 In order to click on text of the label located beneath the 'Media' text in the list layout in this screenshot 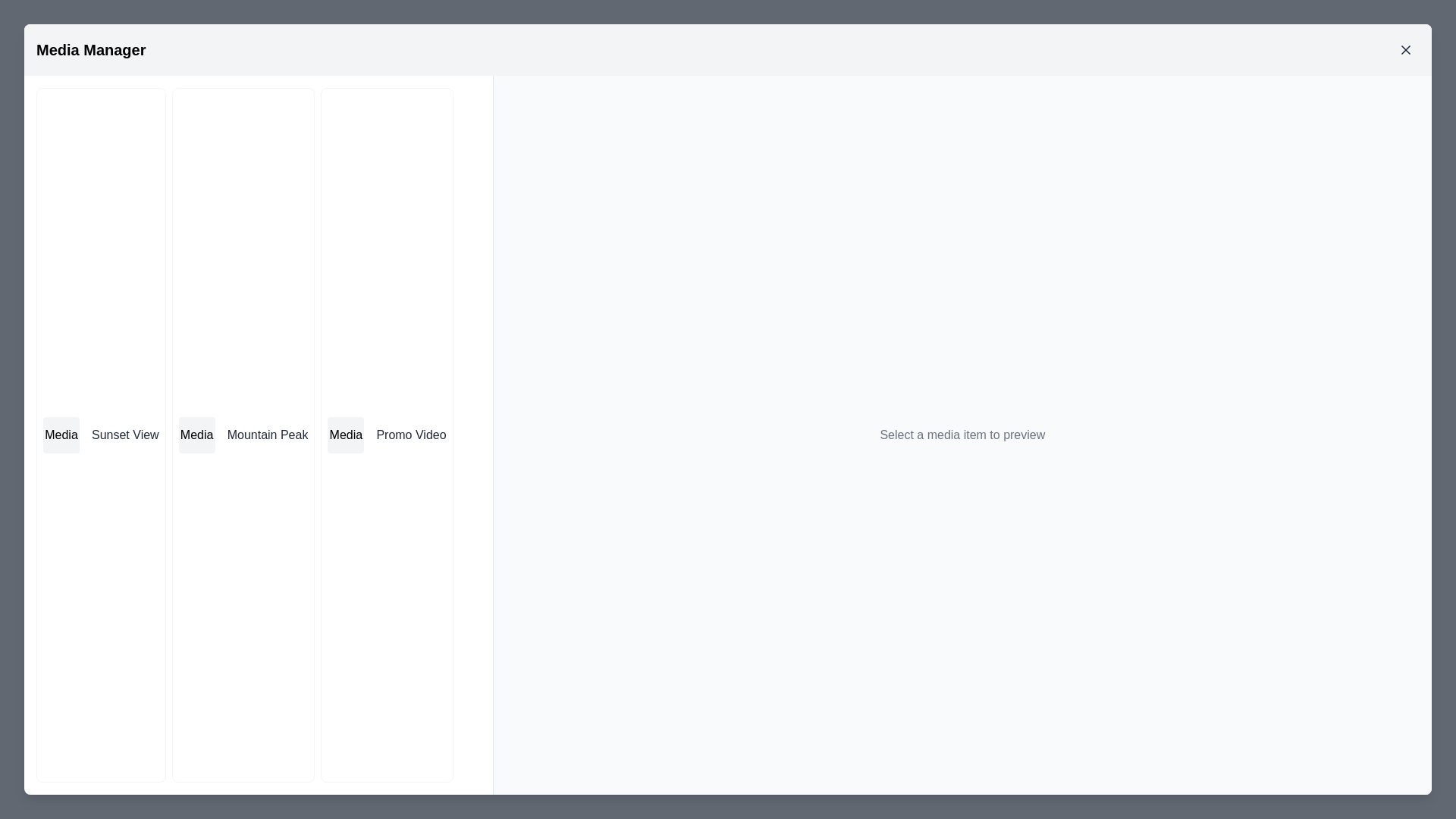, I will do `click(268, 435)`.